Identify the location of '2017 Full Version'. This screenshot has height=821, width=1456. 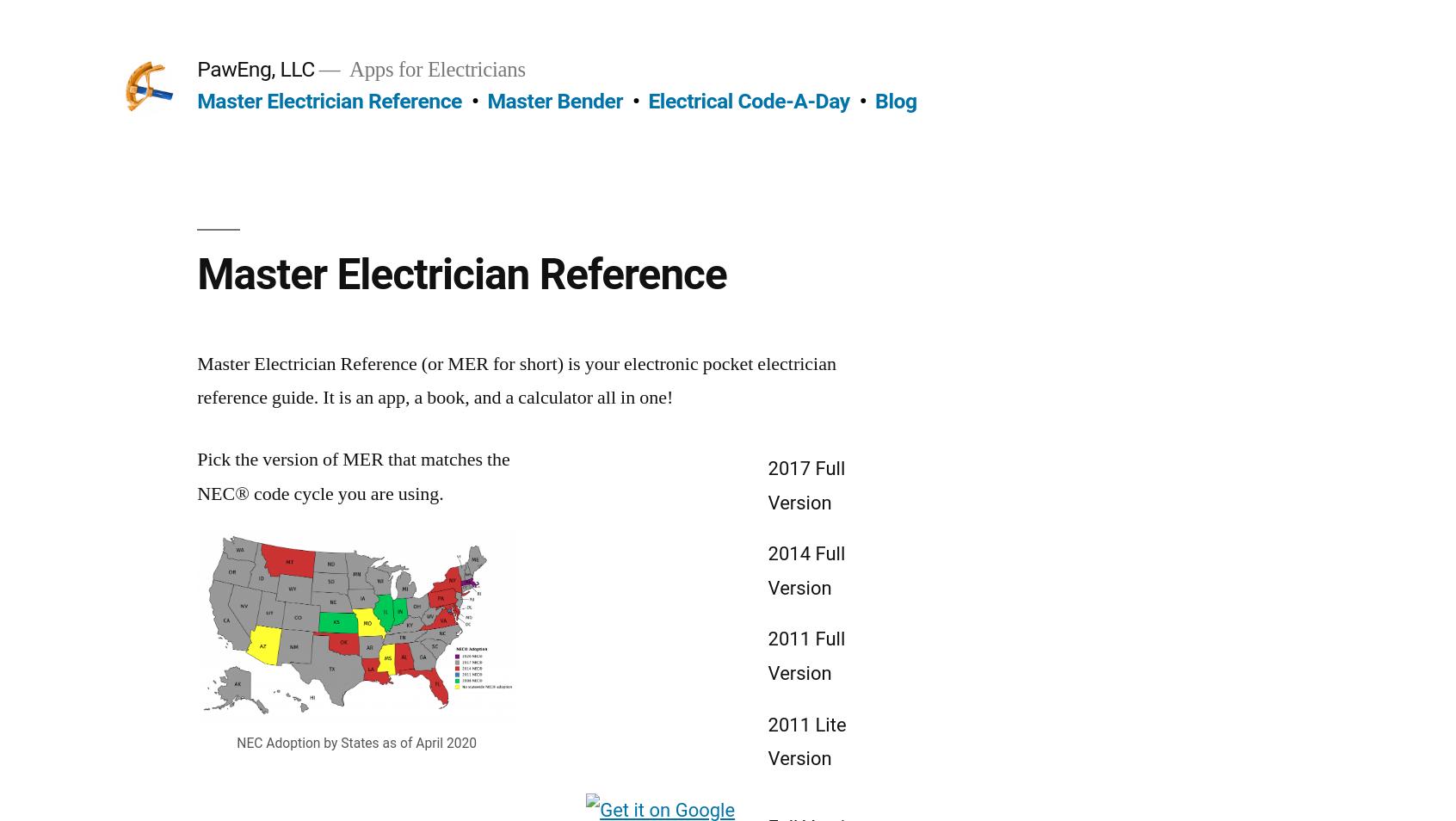
(767, 484).